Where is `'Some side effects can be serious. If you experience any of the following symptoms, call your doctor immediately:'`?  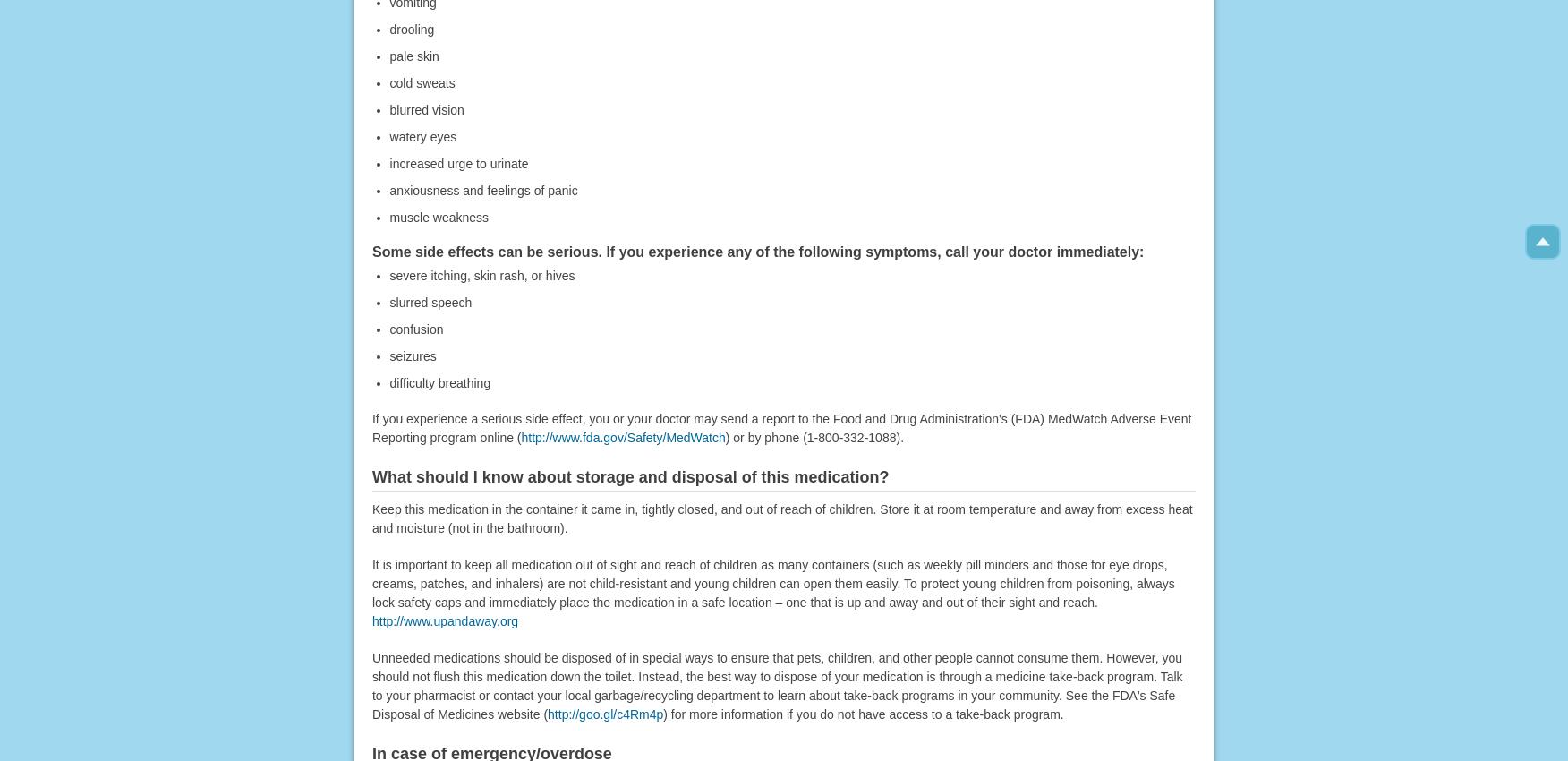 'Some side effects can be serious. If you experience any of the following symptoms, call your doctor immediately:' is located at coordinates (756, 251).